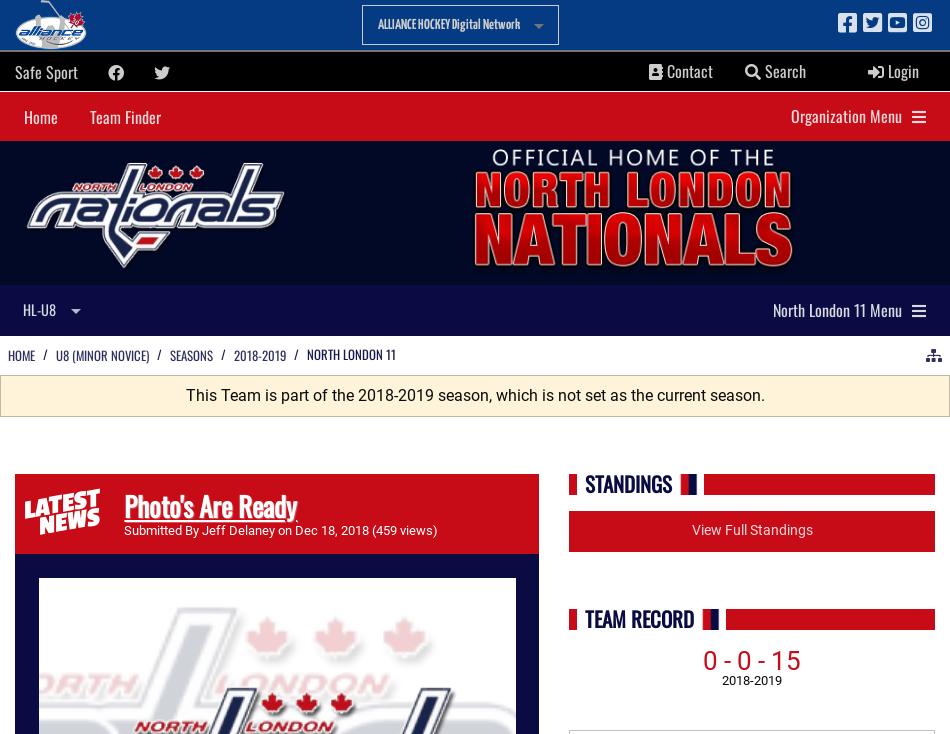 This screenshot has height=734, width=950. What do you see at coordinates (900, 70) in the screenshot?
I see `'Login'` at bounding box center [900, 70].